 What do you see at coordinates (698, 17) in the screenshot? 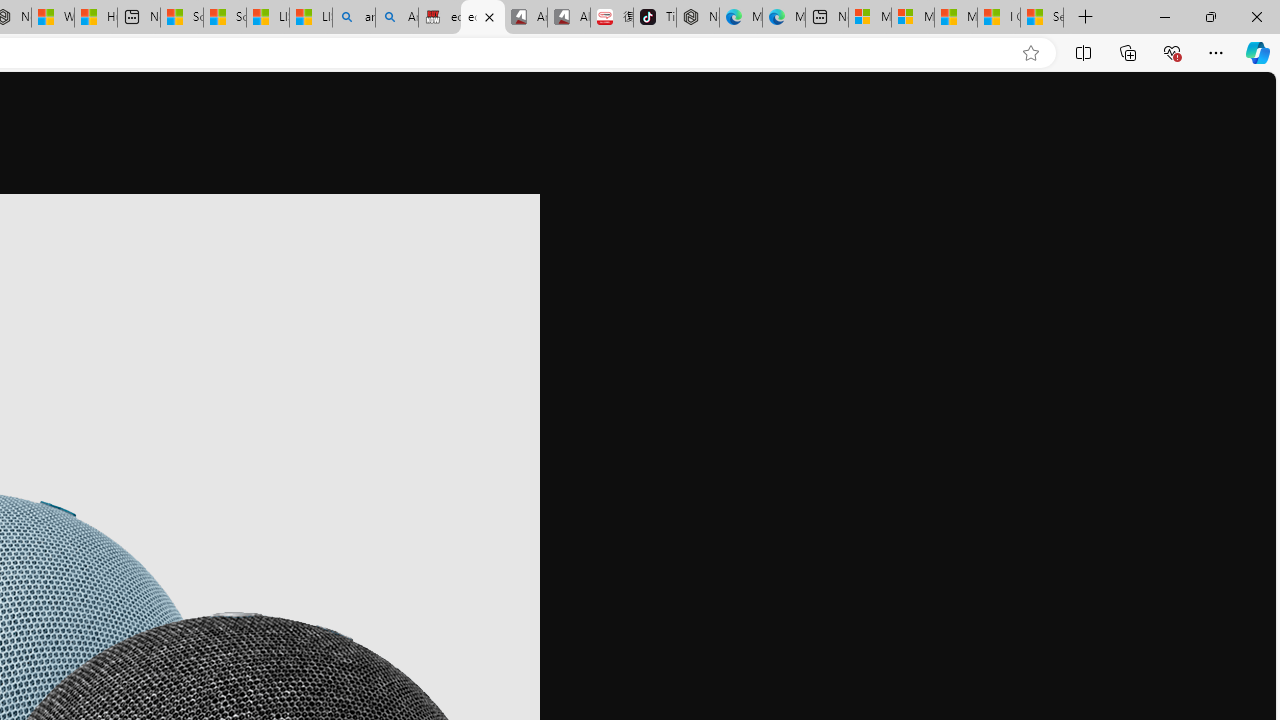
I see `'Nordace - Best Sellers'` at bounding box center [698, 17].